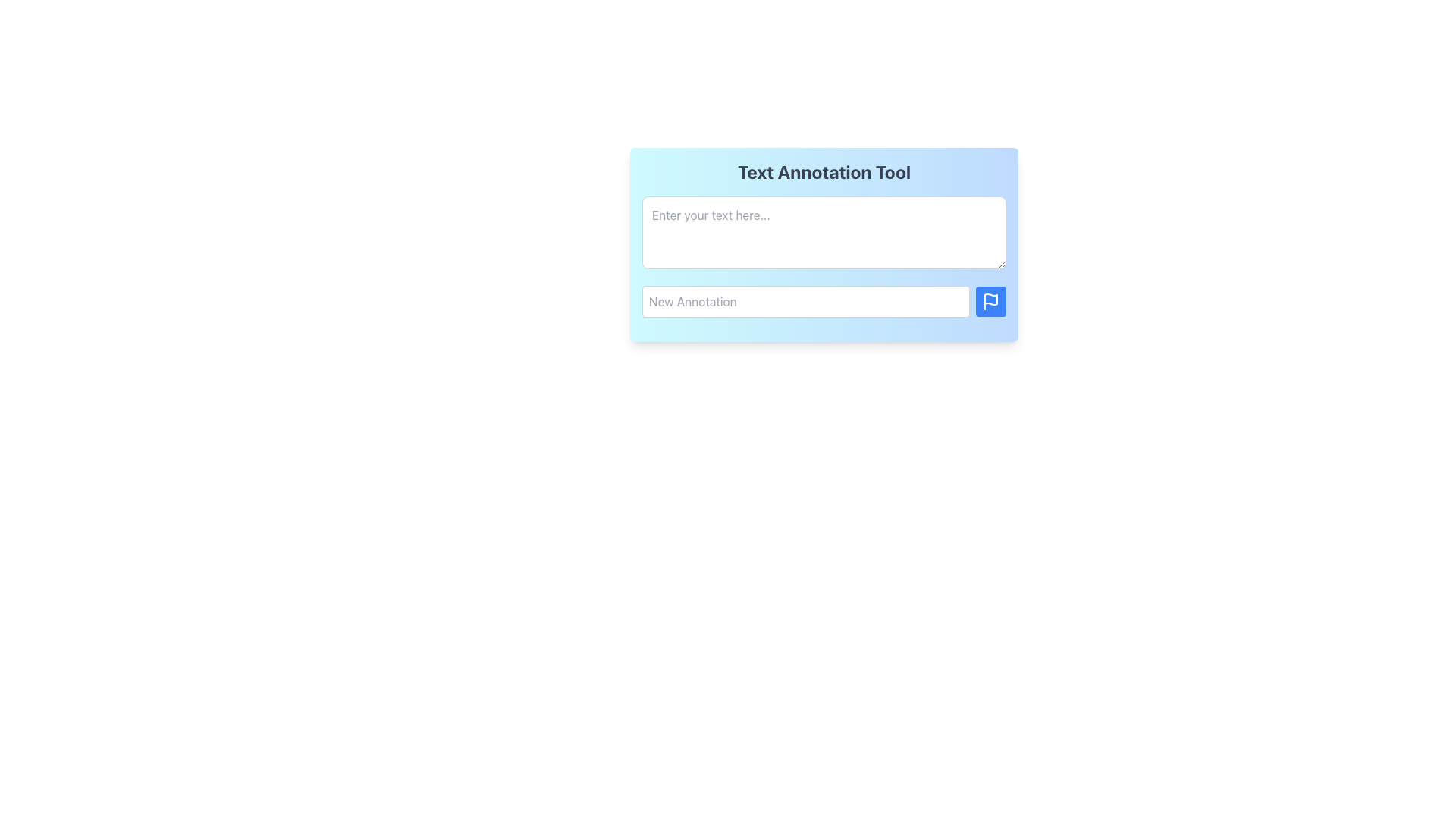 Image resolution: width=1456 pixels, height=819 pixels. What do you see at coordinates (990, 301) in the screenshot?
I see `the circular blue button with a flag icon` at bounding box center [990, 301].